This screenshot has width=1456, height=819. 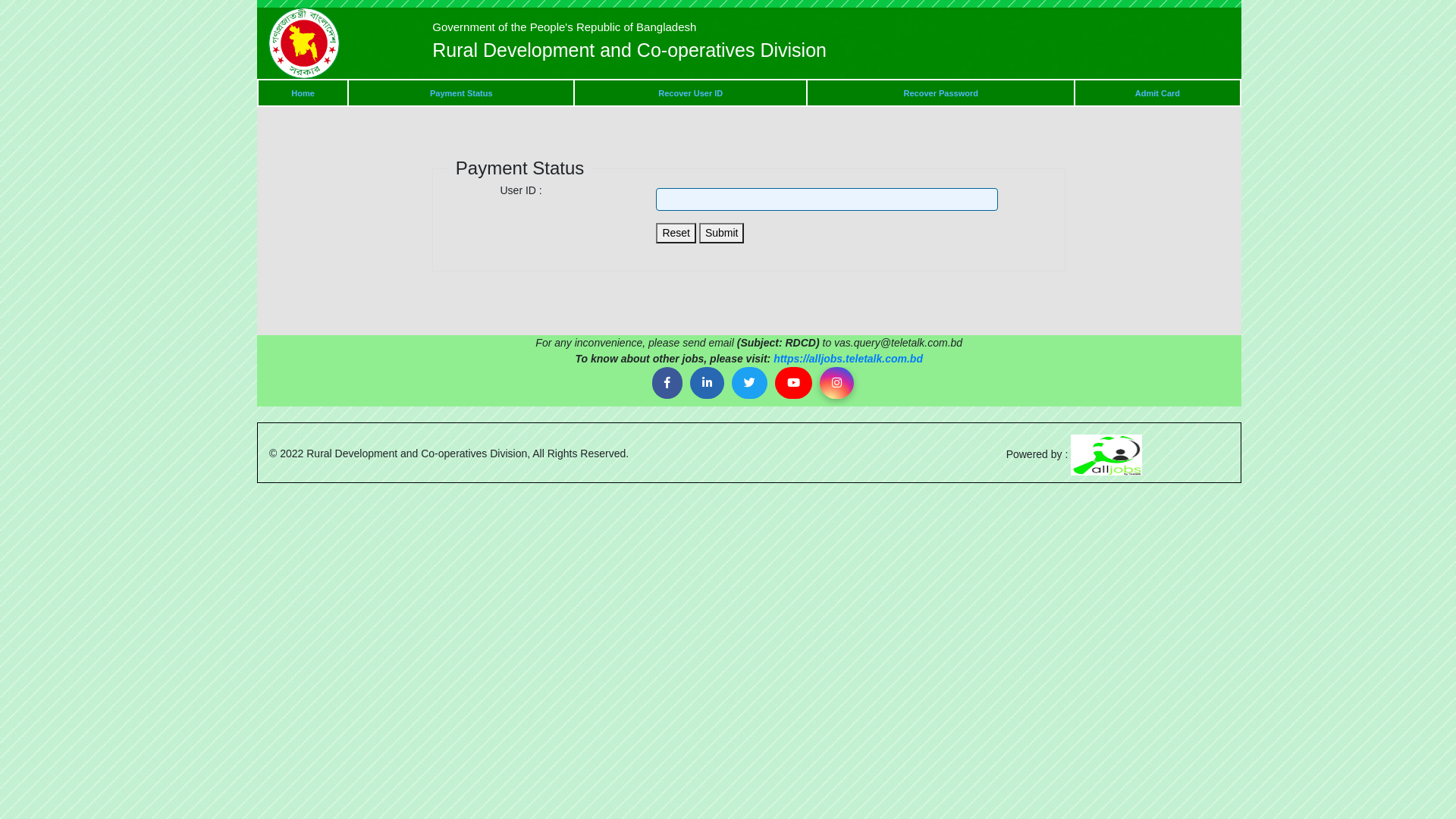 What do you see at coordinates (675, 233) in the screenshot?
I see `'Reset'` at bounding box center [675, 233].